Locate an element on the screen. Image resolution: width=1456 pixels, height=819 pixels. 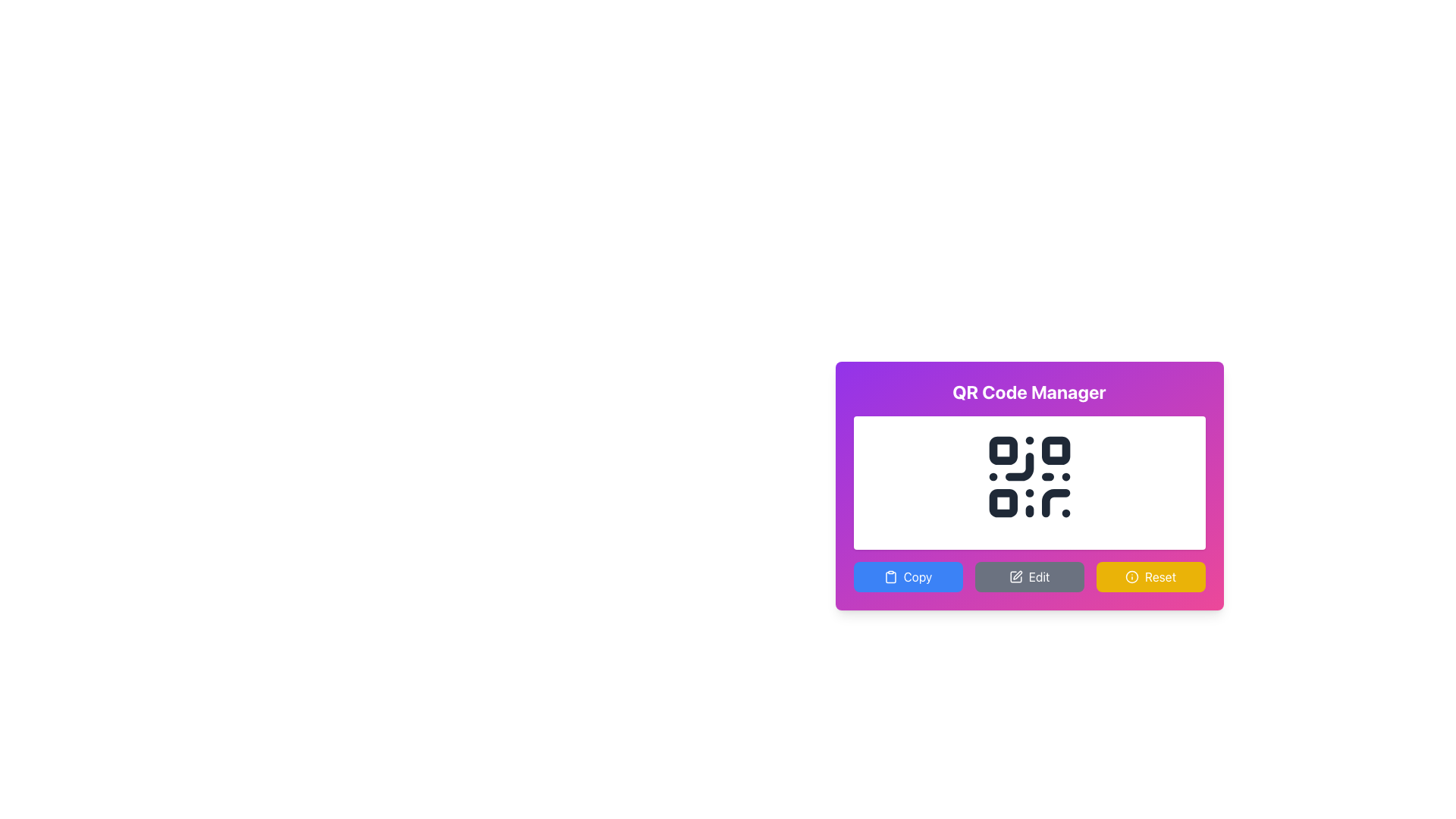
the clipboard icon in the 'QR Code Manager' interface is located at coordinates (890, 577).